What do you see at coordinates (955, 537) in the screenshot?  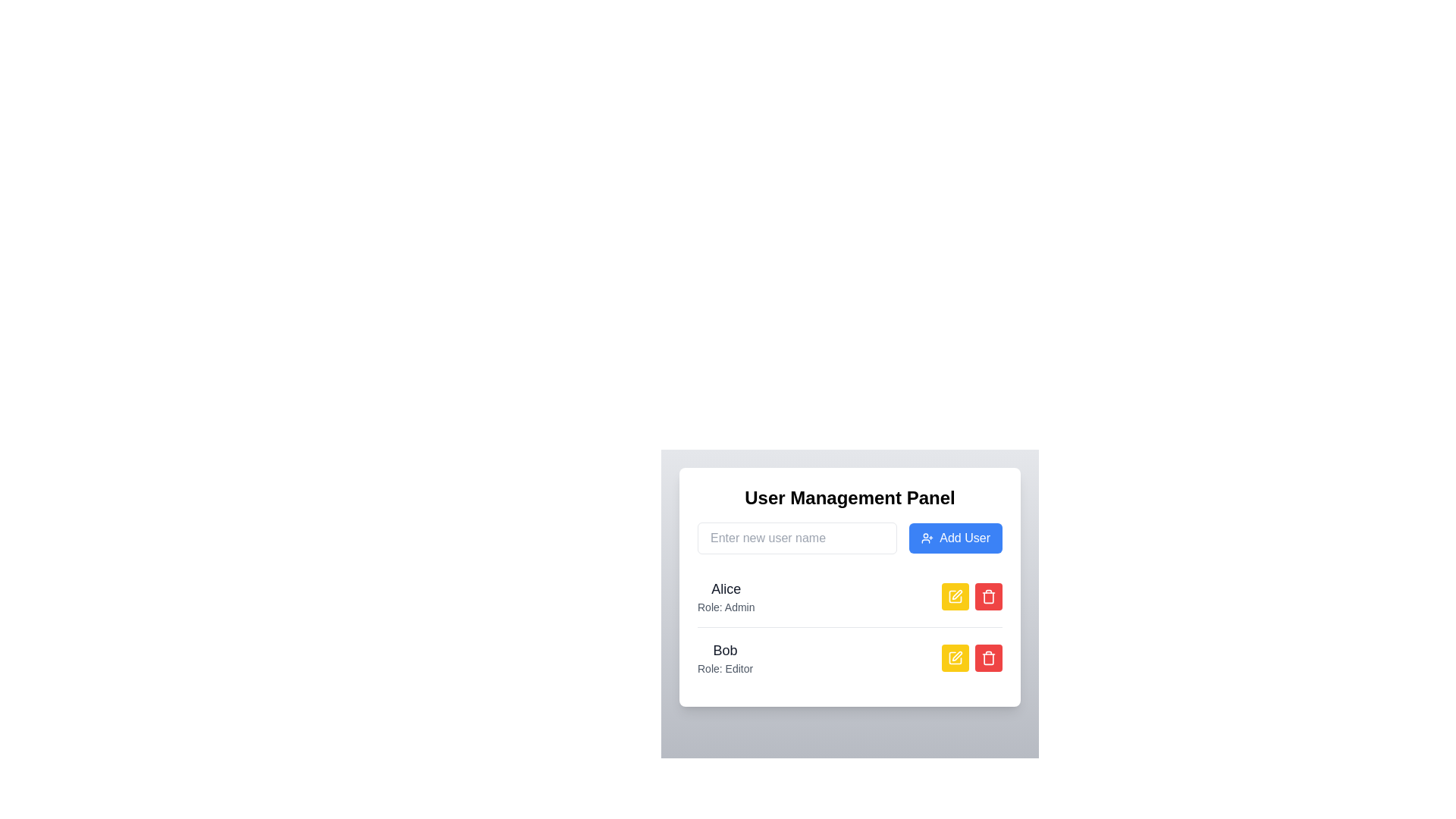 I see `the 'Add User' button, which is a rectangular button with a blue background and white text, located to the right of the username input field` at bounding box center [955, 537].